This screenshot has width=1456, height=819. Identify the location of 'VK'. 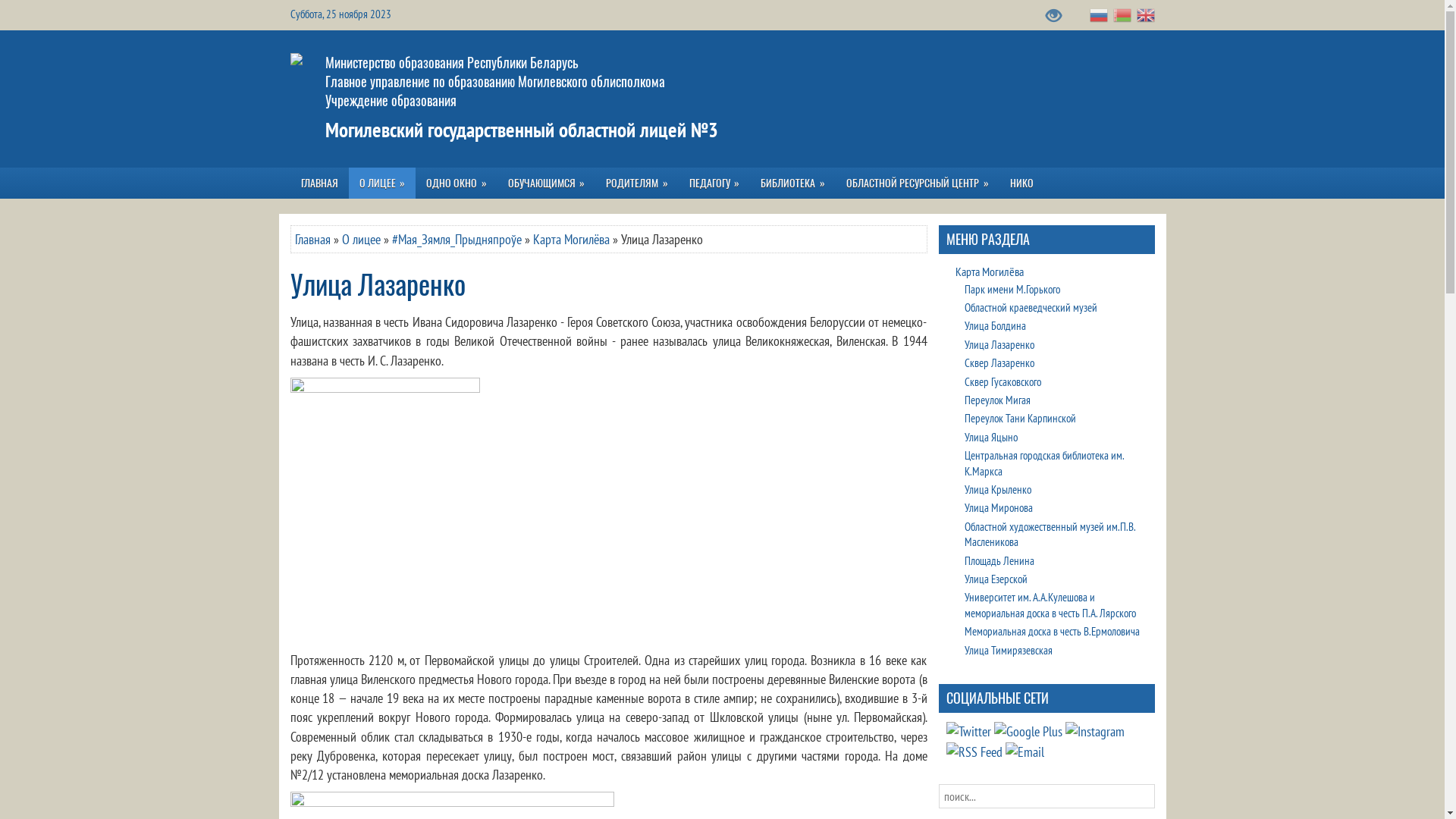
(968, 730).